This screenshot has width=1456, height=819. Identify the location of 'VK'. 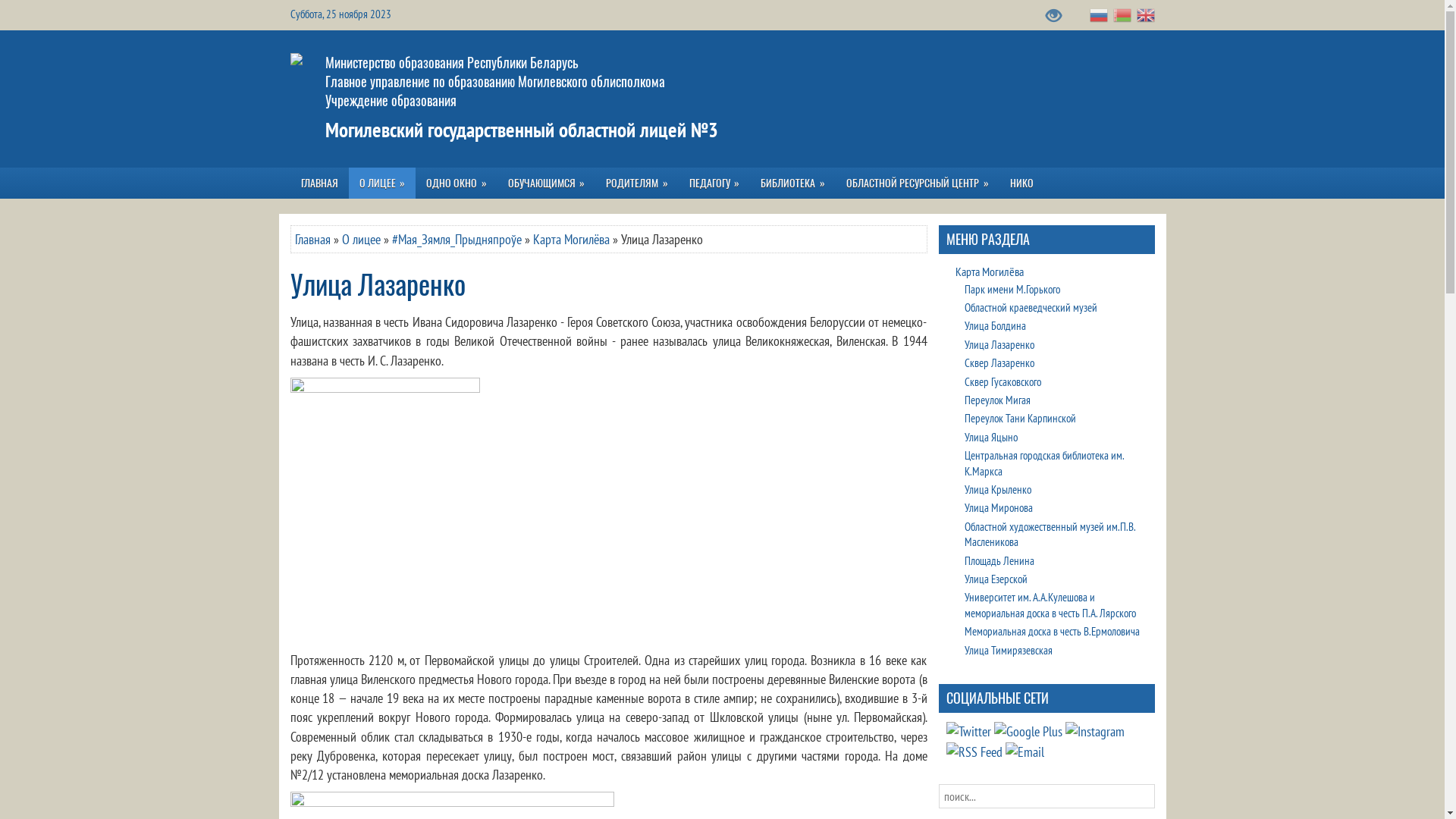
(968, 730).